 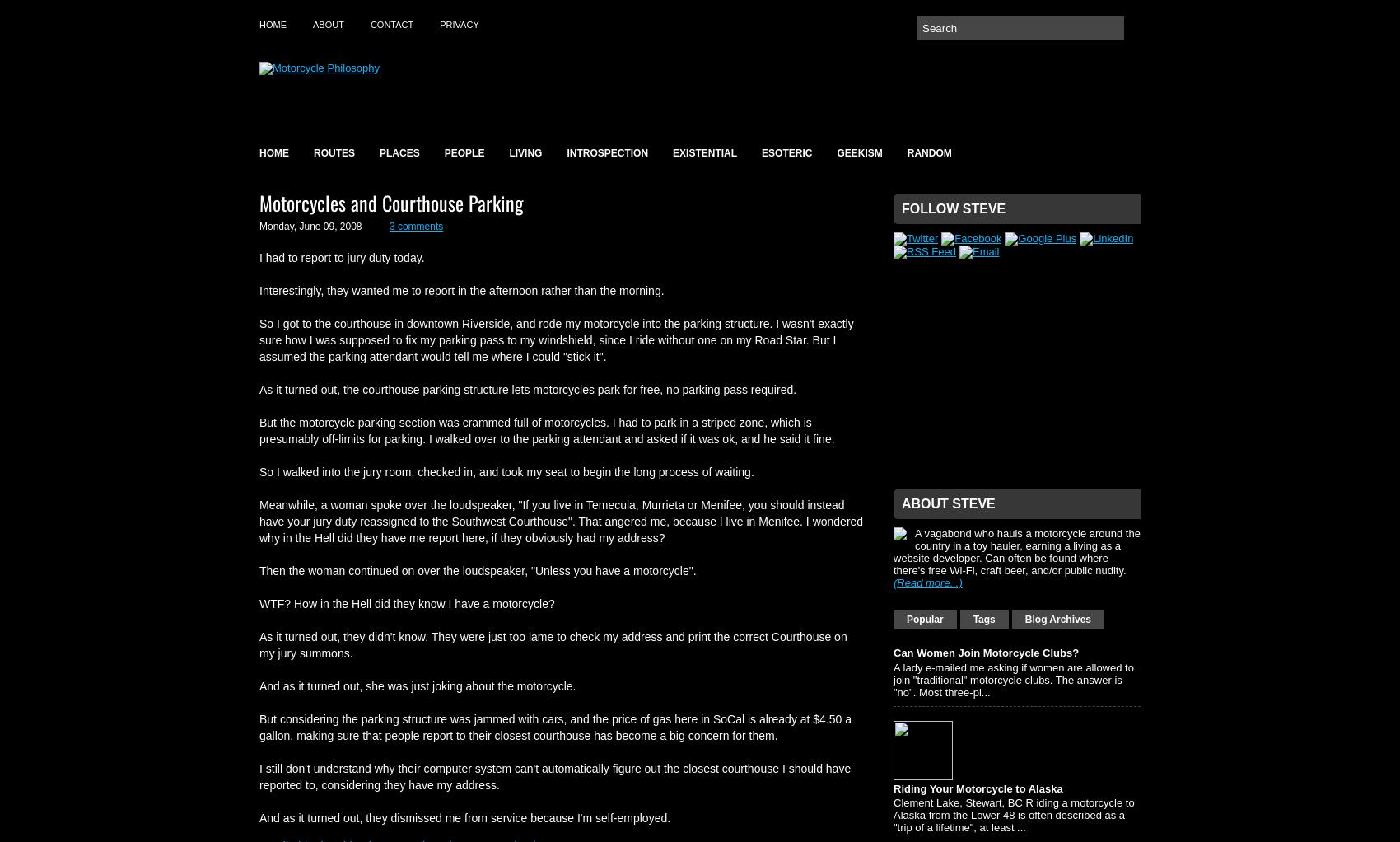 I want to click on 'As it turned out, the courthouse parking structure lets motorcycles park for free, no parking pass required.', so click(x=259, y=388).